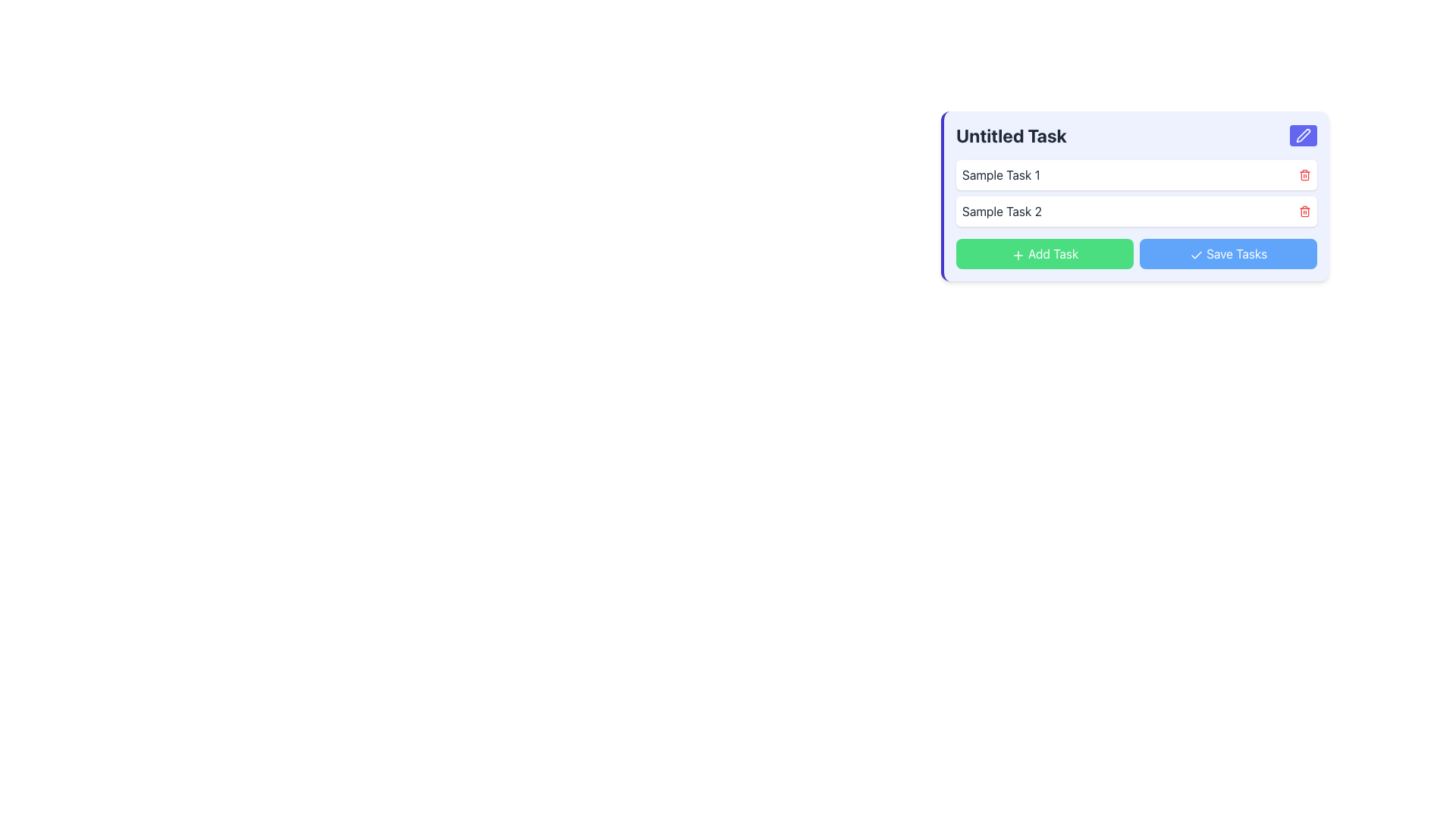  Describe the element at coordinates (1302, 133) in the screenshot. I see `the pen-shaped icon located in the top-right corner of the task panel` at that location.